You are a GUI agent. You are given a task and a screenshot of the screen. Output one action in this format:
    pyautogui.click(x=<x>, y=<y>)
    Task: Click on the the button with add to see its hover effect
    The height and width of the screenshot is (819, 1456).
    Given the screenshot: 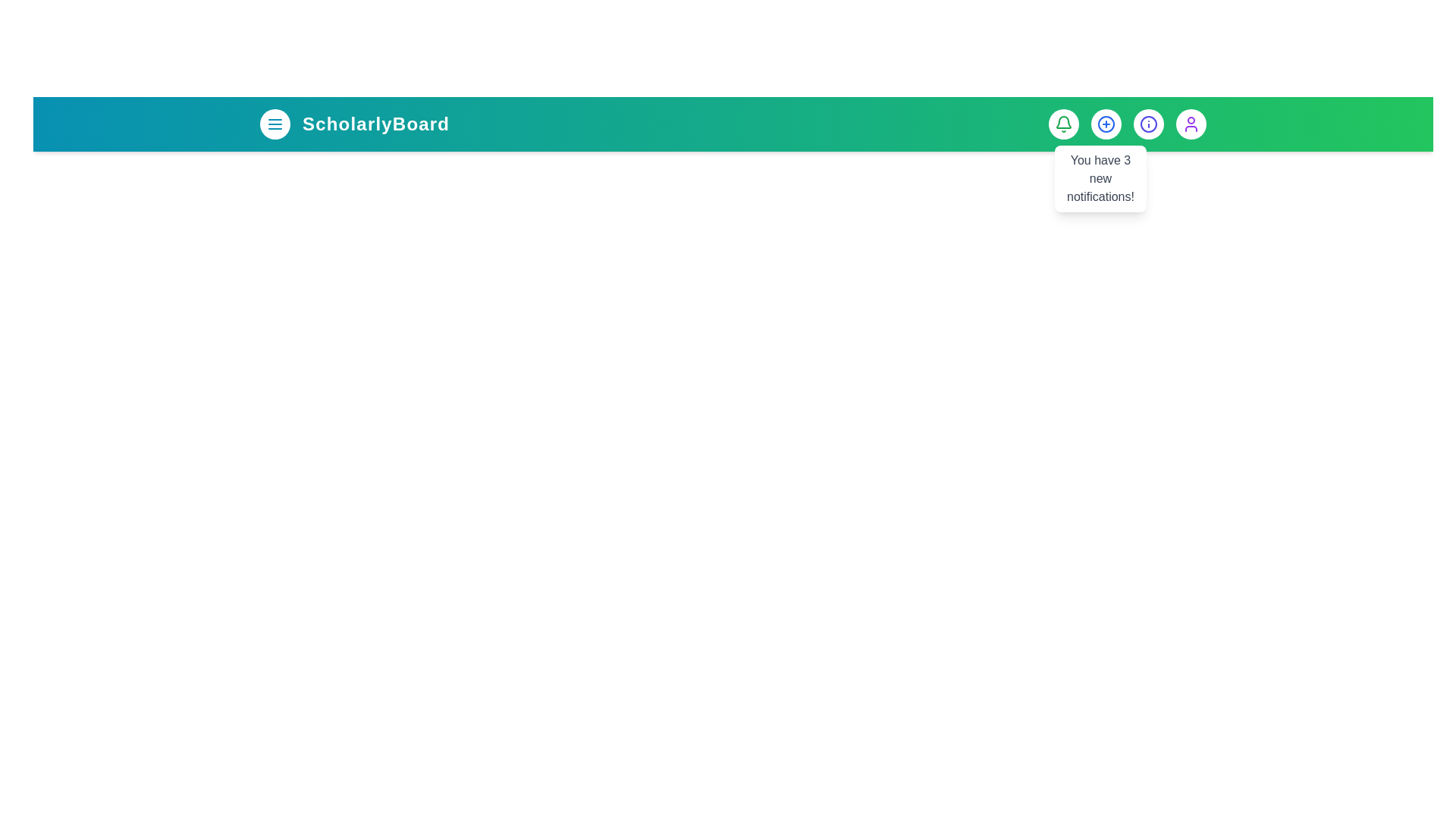 What is the action you would take?
    pyautogui.click(x=1106, y=124)
    